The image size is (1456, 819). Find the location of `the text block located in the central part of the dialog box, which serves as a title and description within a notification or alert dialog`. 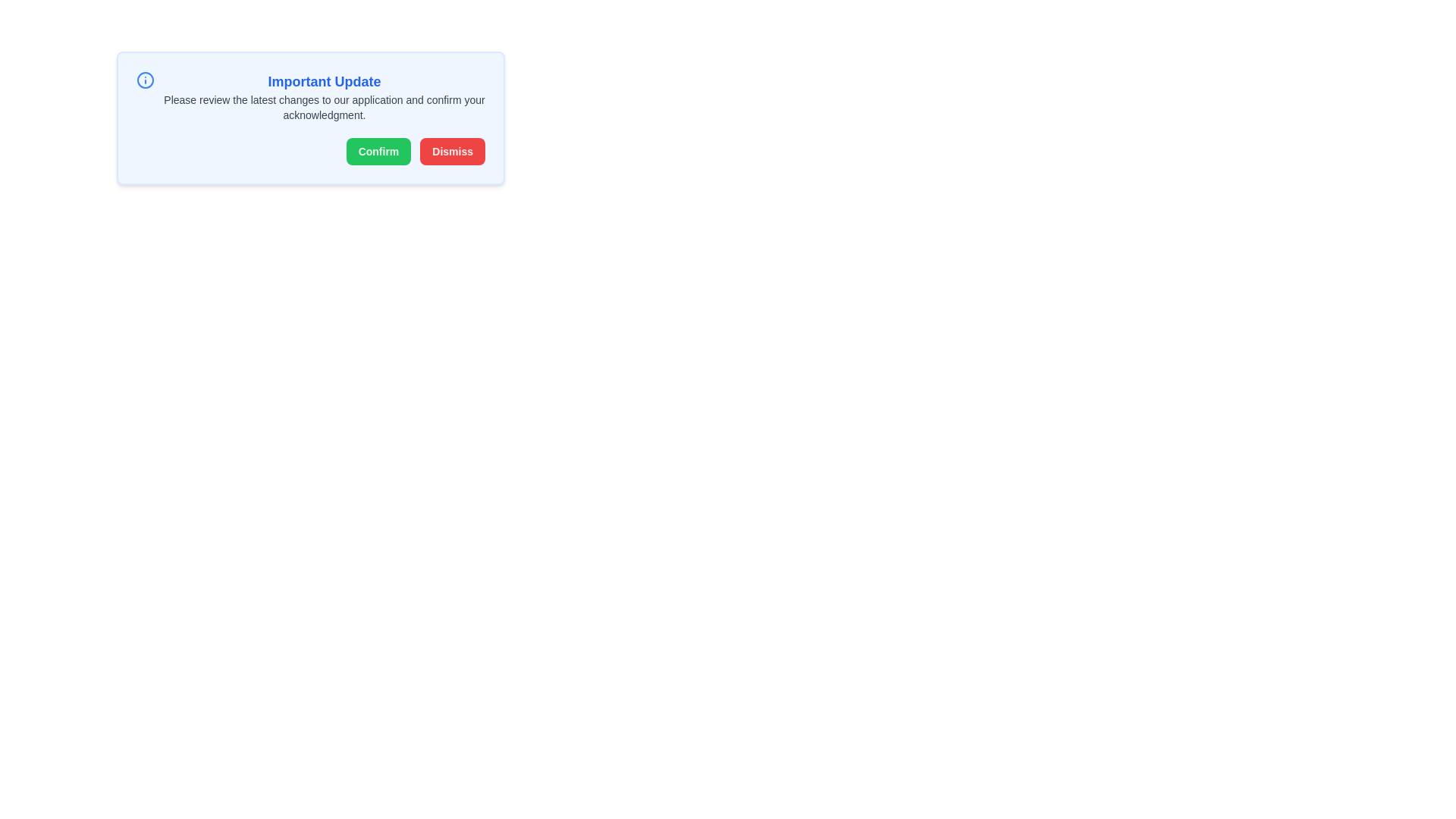

the text block located in the central part of the dialog box, which serves as a title and description within a notification or alert dialog is located at coordinates (323, 96).